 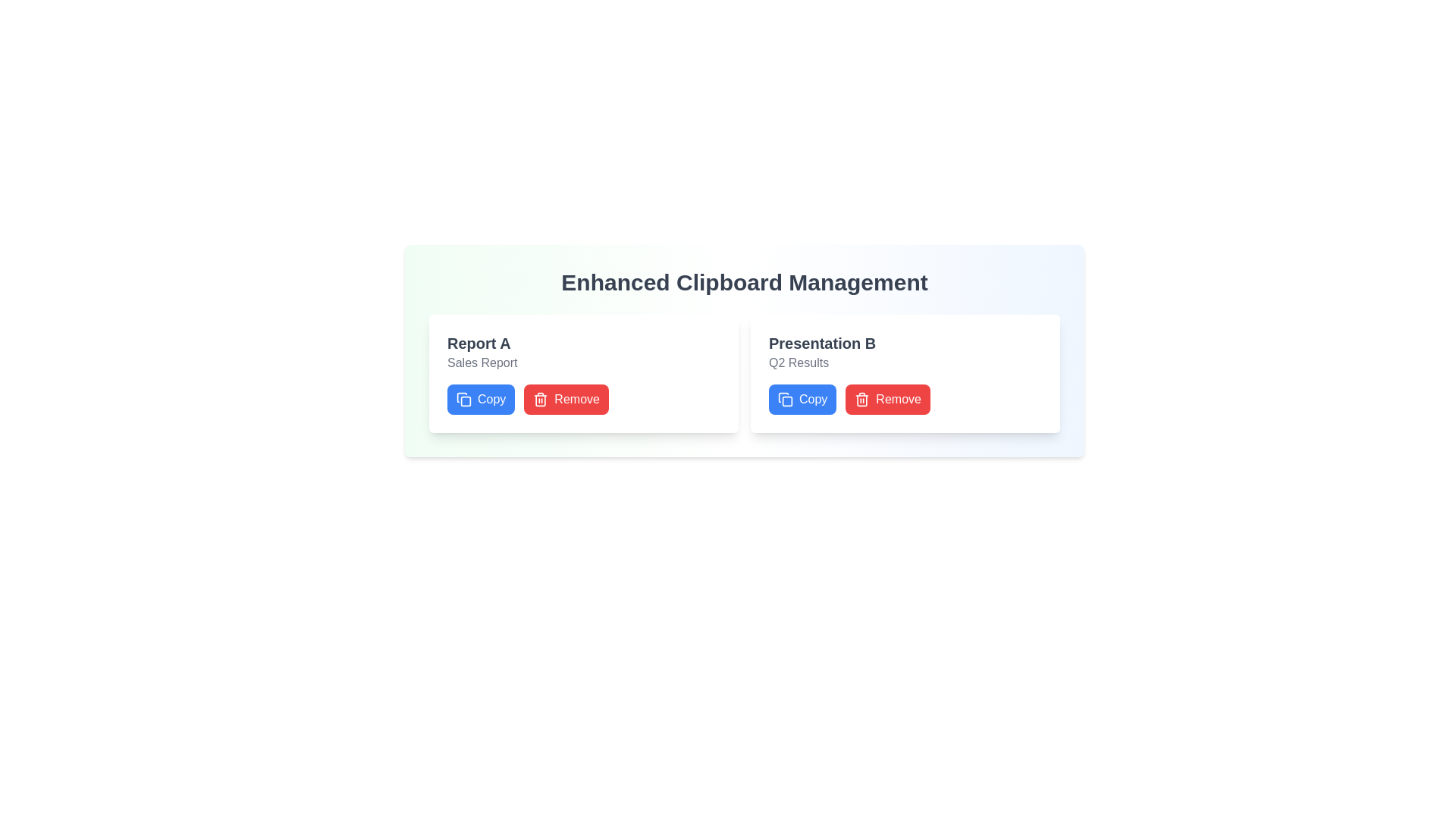 What do you see at coordinates (798, 362) in the screenshot?
I see `the static text label displaying 'Q2 Results' located within the second card from the left, below the heading 'Presentation B'` at bounding box center [798, 362].